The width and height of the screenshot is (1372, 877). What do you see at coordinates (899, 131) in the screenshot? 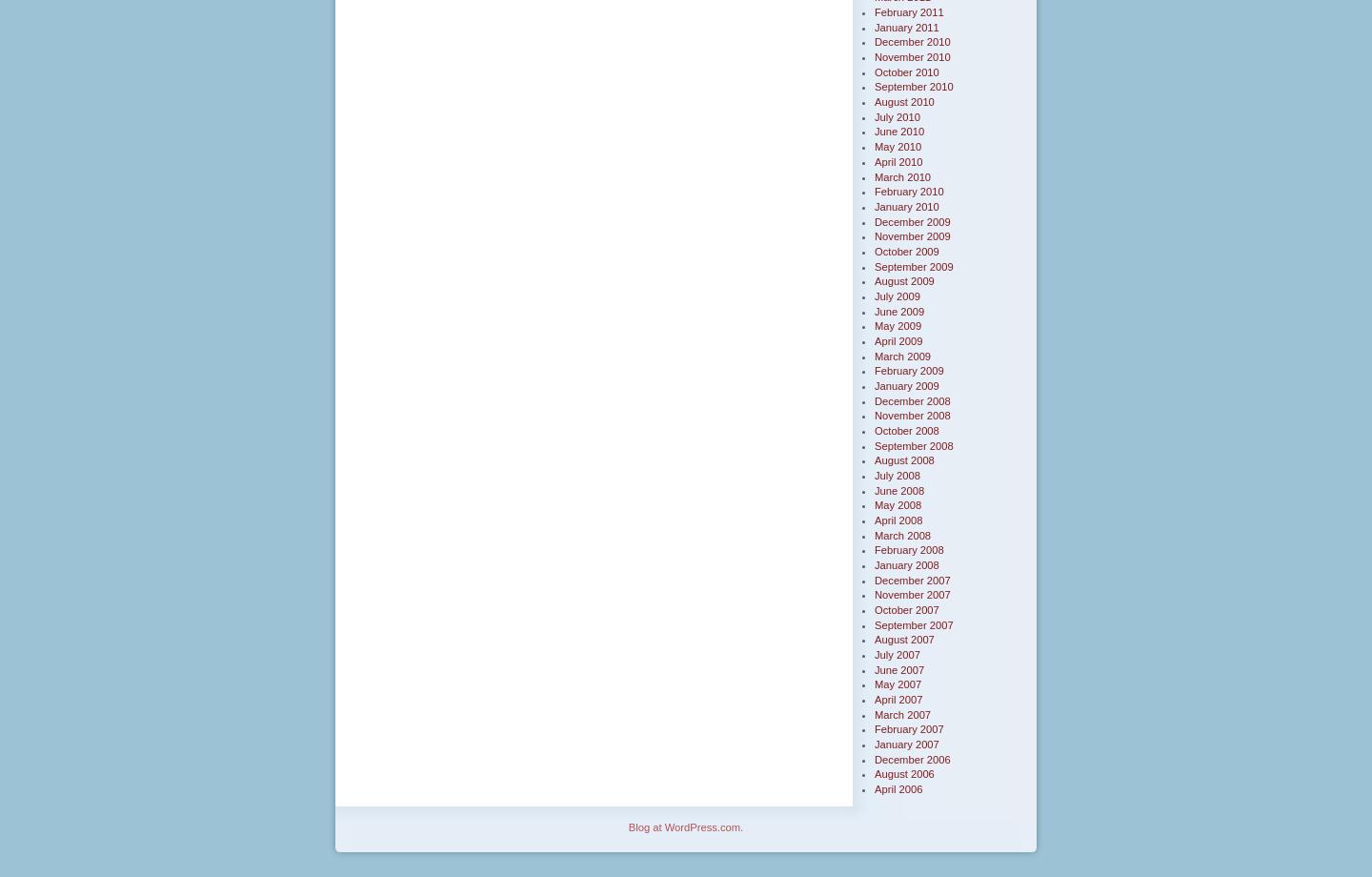
I see `'June 2010'` at bounding box center [899, 131].